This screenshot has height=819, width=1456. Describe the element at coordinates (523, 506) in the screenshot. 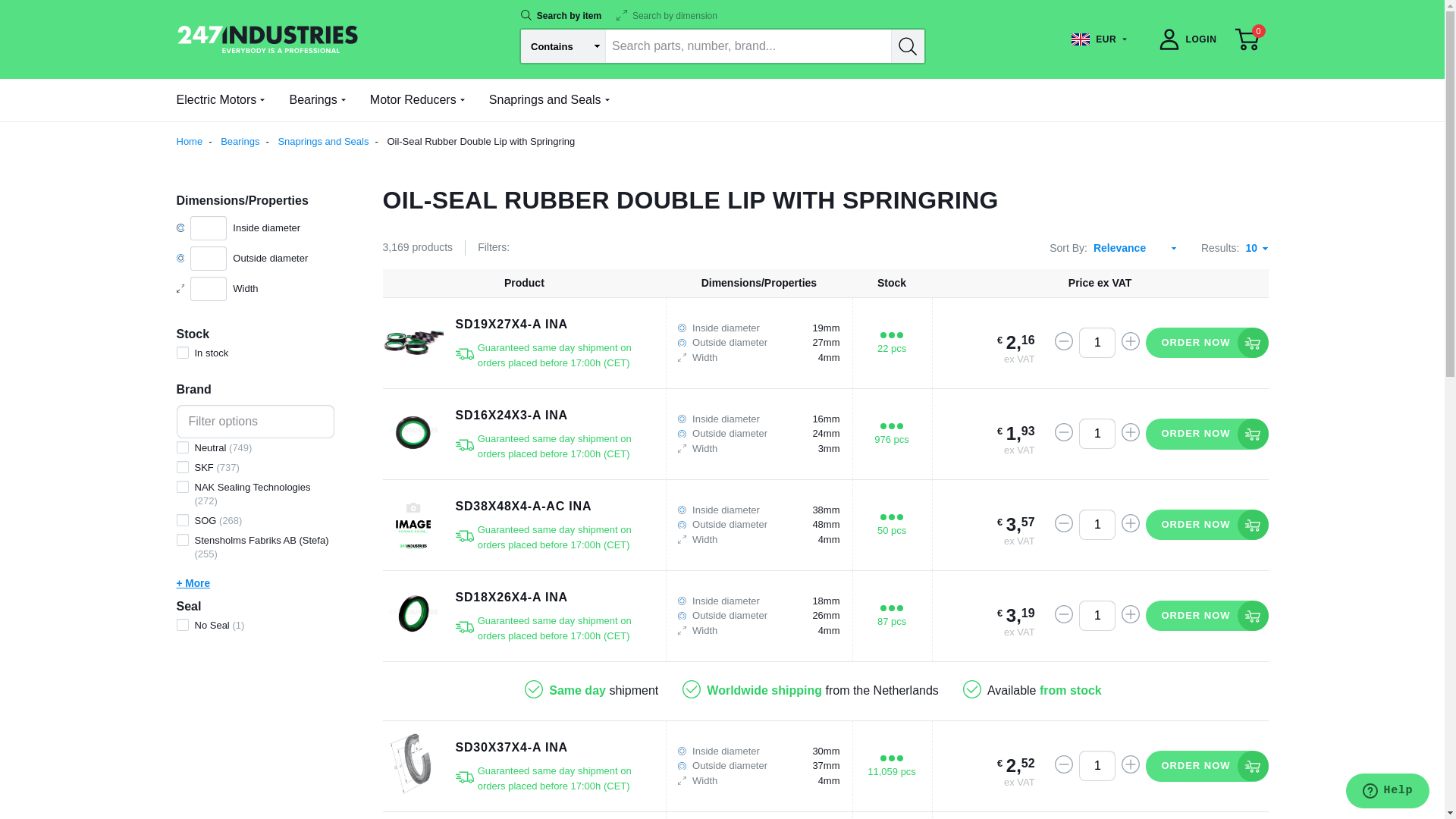

I see `'SD38X48X4-A-AC INA'` at that location.